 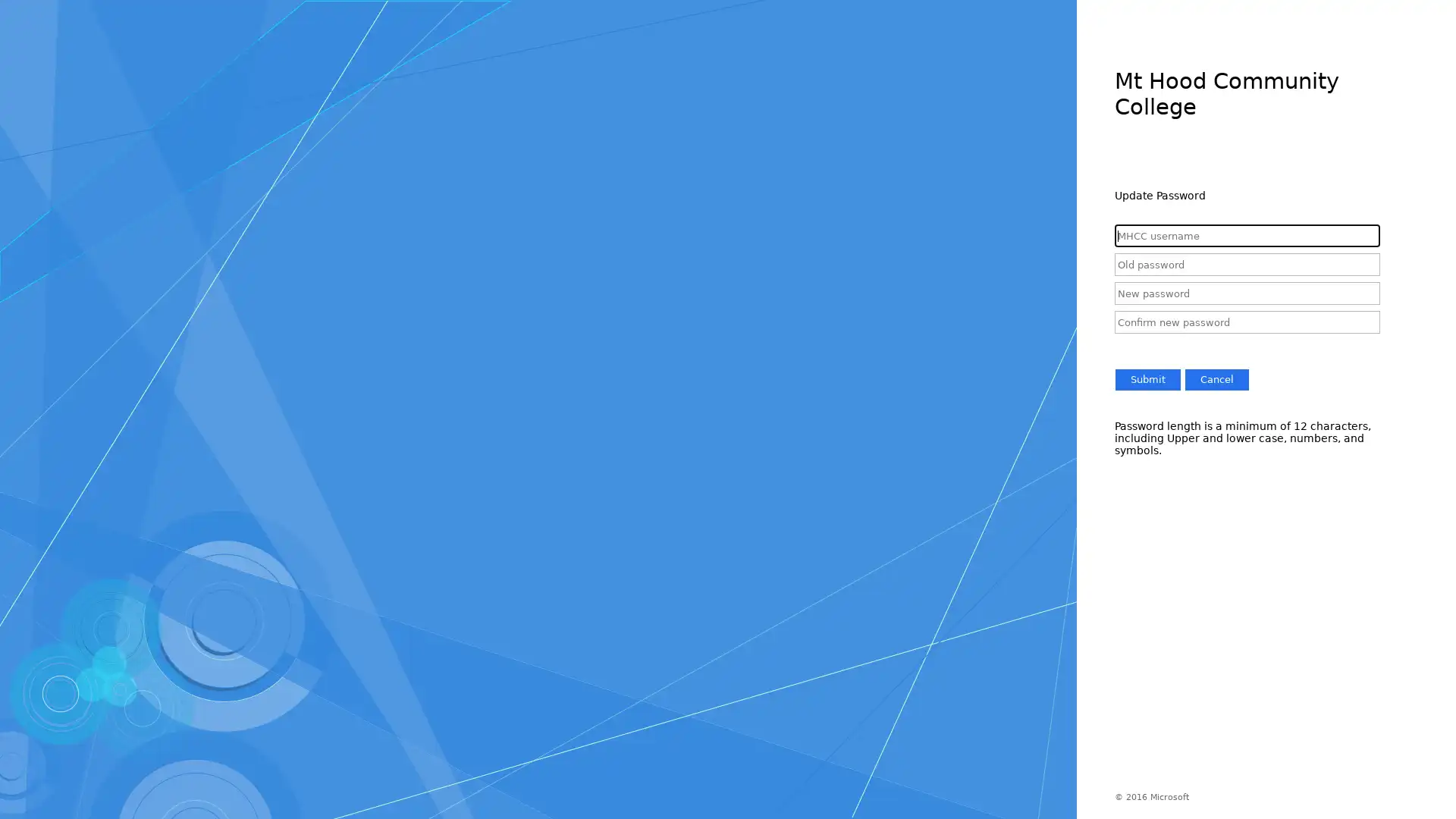 What do you see at coordinates (1216, 379) in the screenshot?
I see `Cancel` at bounding box center [1216, 379].